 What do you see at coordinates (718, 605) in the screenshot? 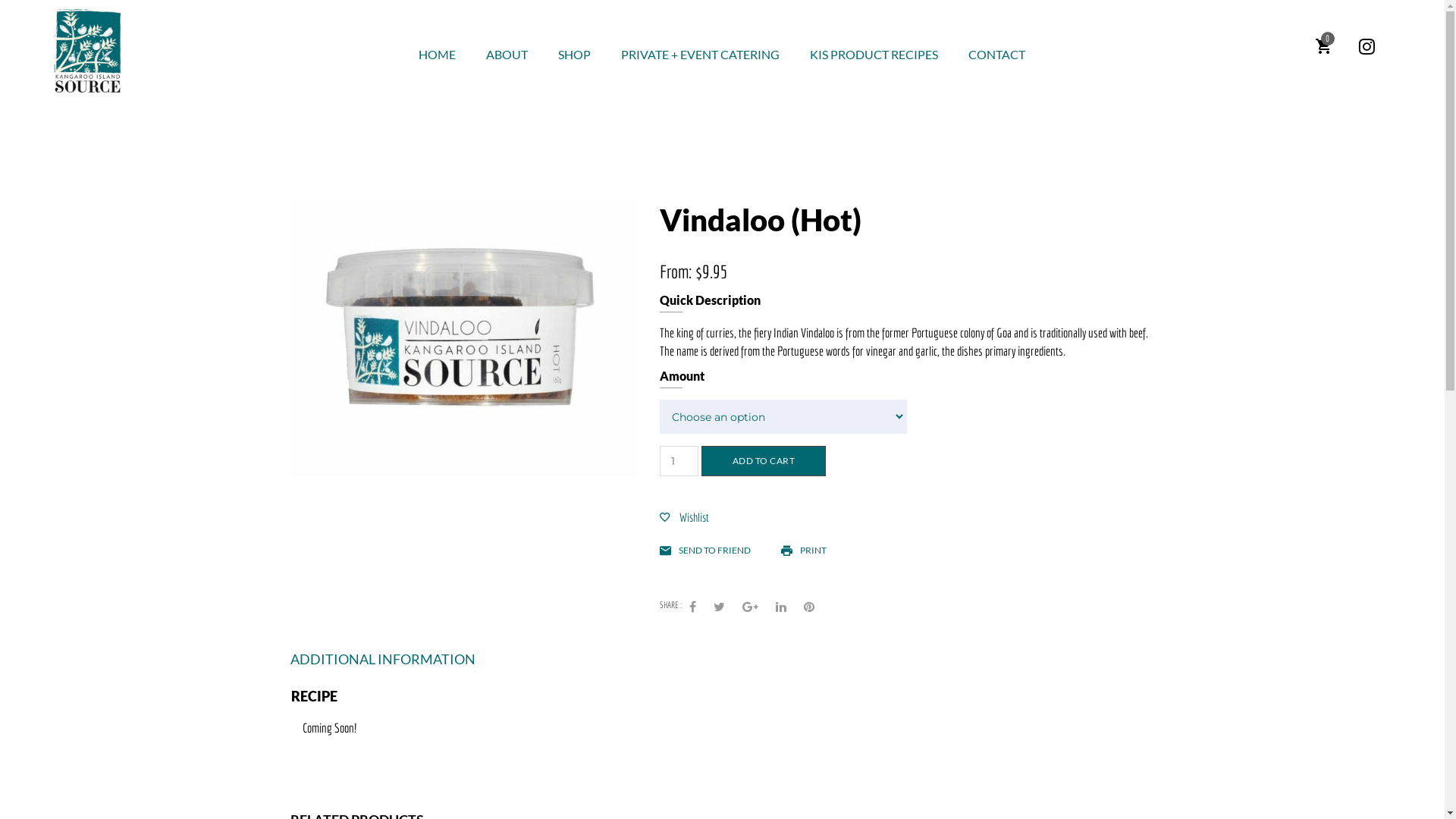
I see `'Twitter'` at bounding box center [718, 605].